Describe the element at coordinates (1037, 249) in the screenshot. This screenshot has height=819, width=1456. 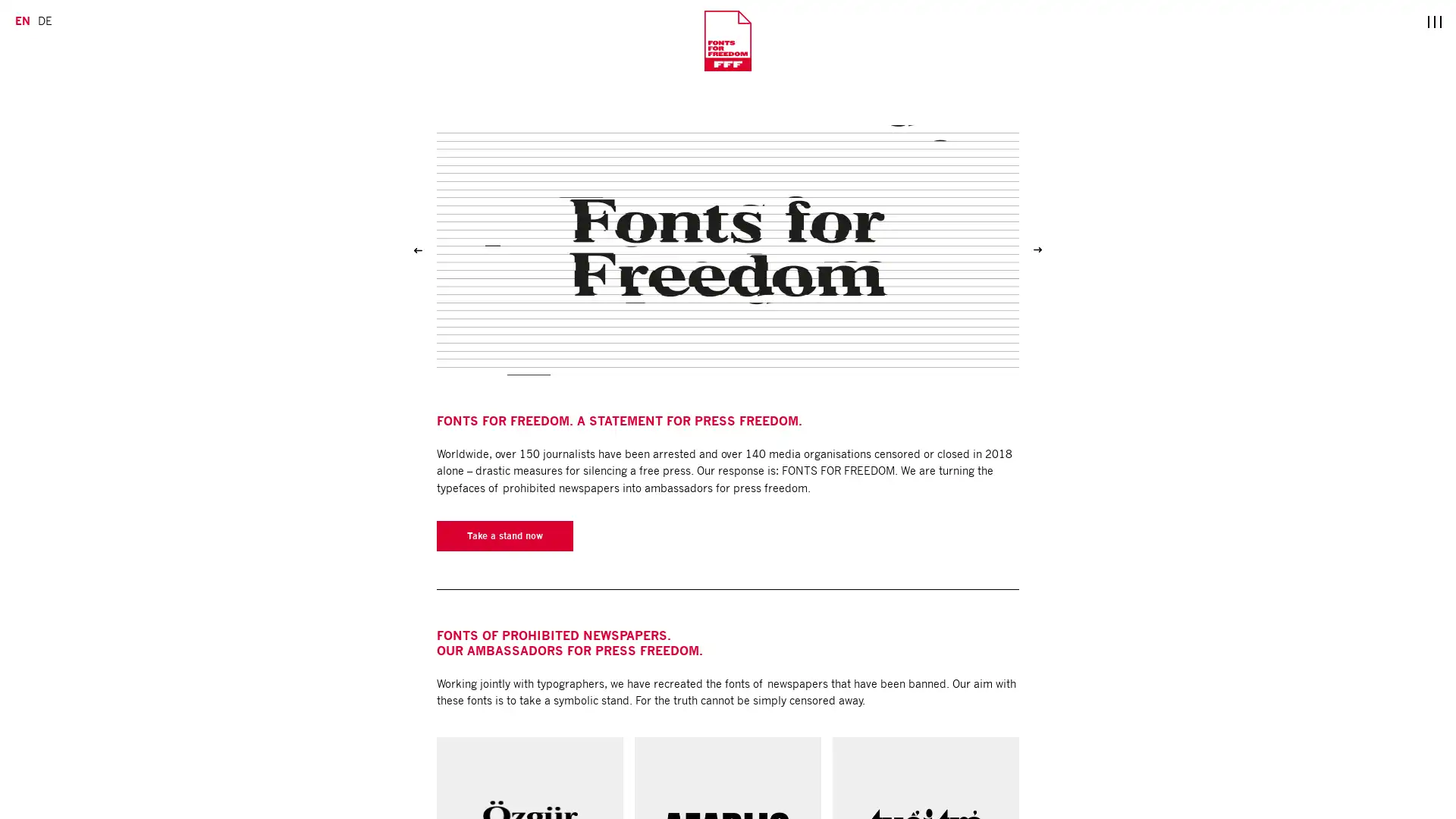
I see `Next slide` at that location.